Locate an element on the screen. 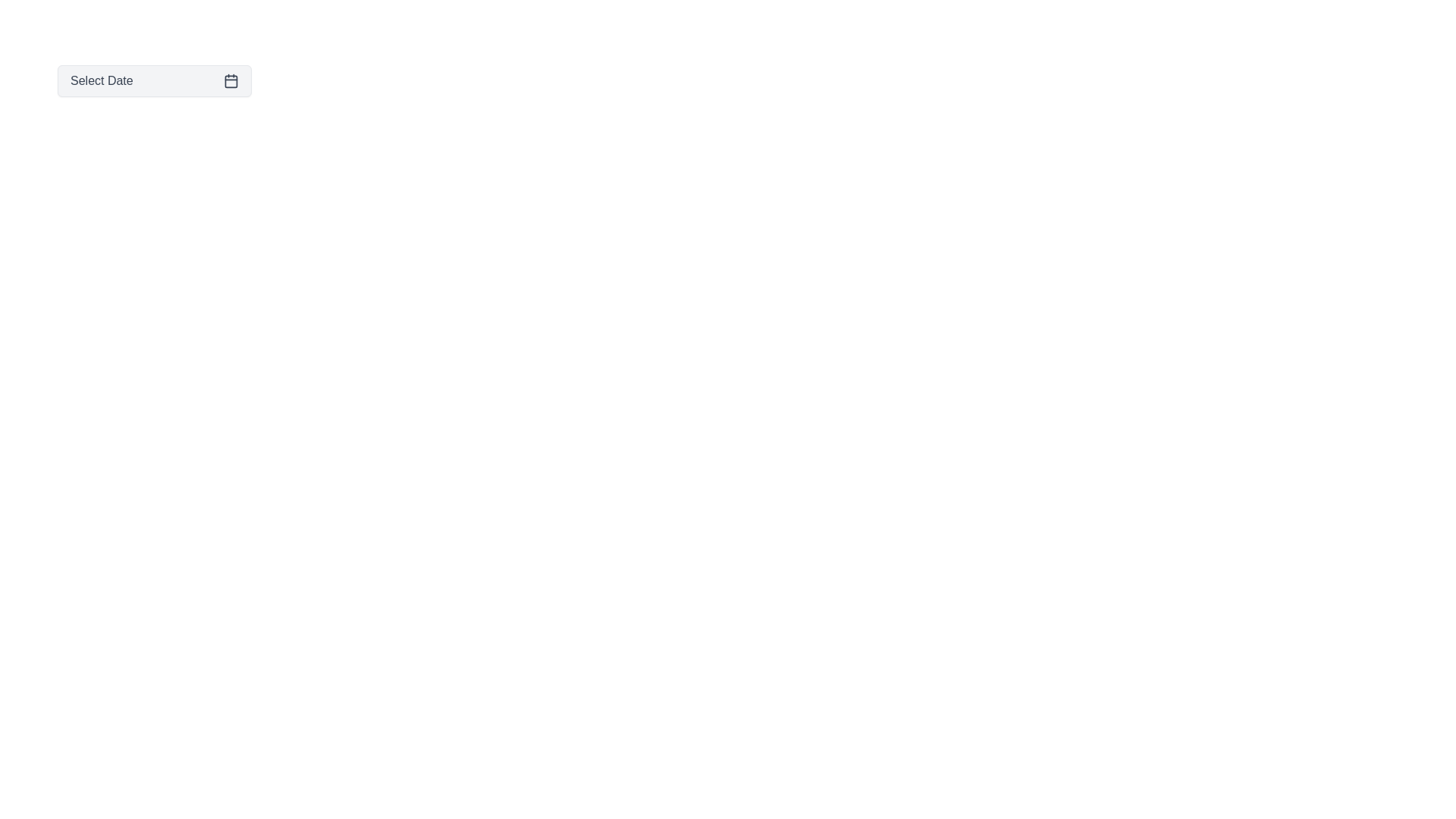  the 'Select Date' button with a light gray background and rounded edges is located at coordinates (154, 81).